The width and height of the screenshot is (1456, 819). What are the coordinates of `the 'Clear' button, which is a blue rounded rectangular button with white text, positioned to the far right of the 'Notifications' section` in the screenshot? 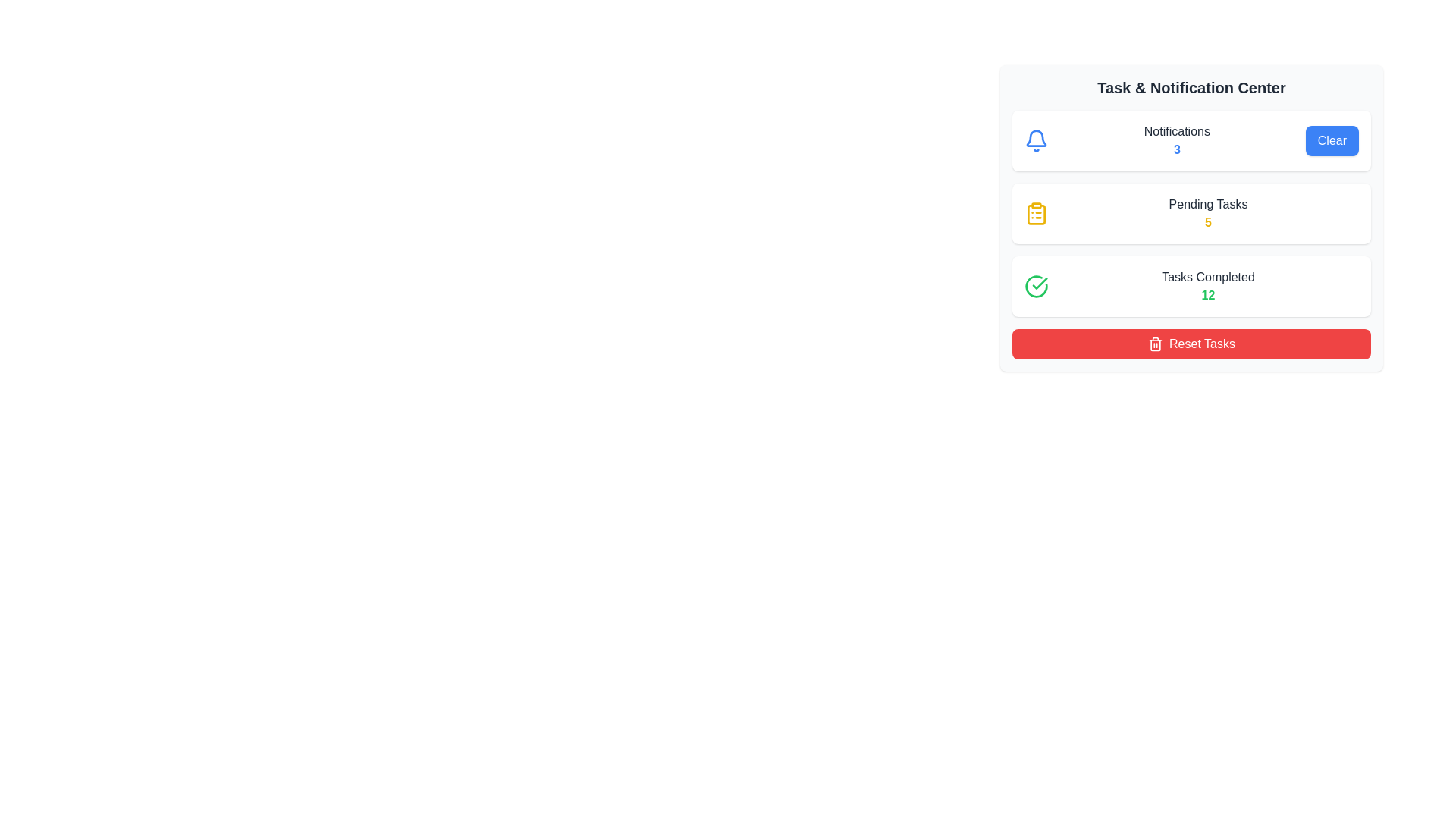 It's located at (1331, 140).